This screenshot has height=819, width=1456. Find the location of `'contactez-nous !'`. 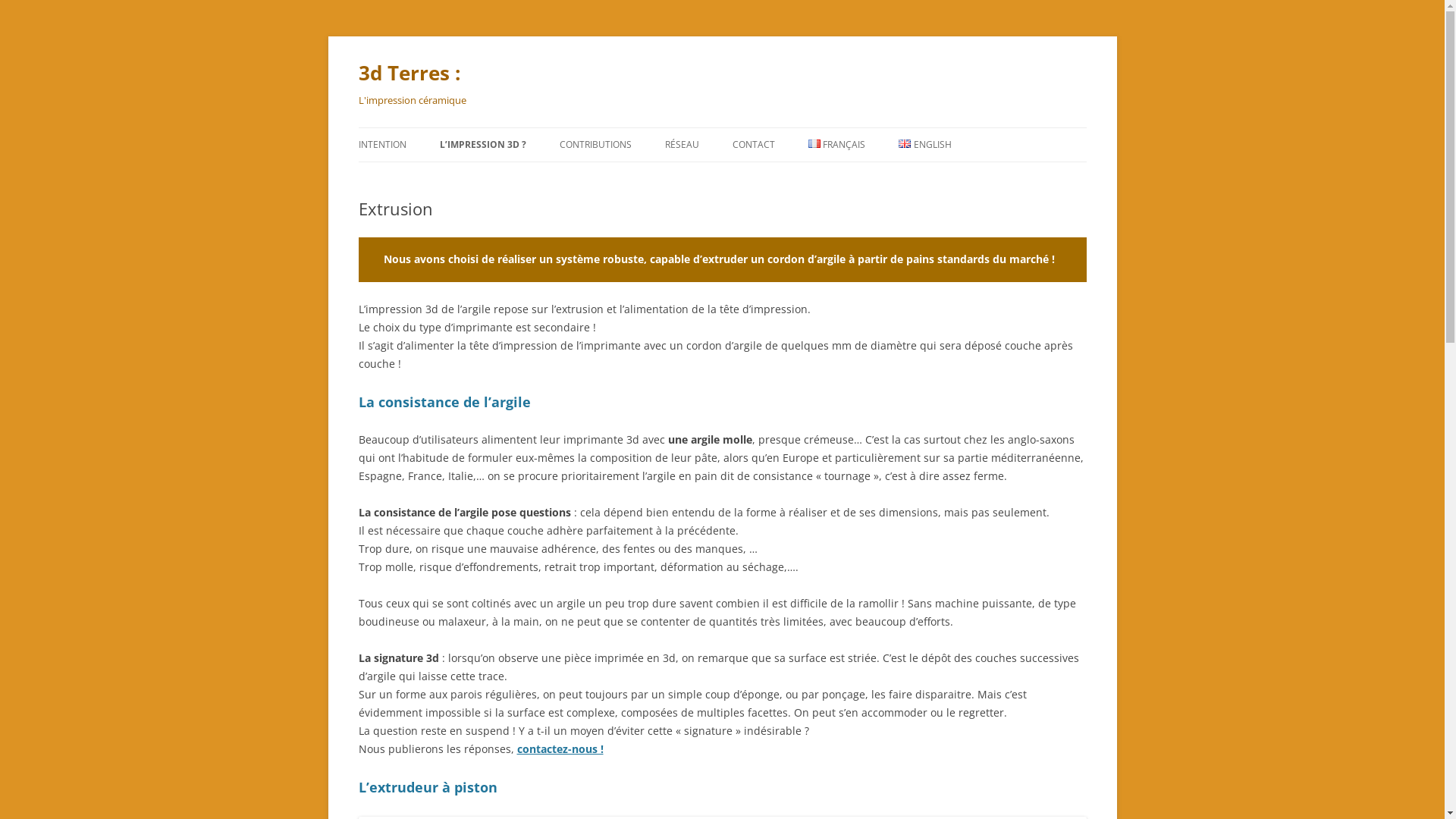

'contactez-nous !' is located at coordinates (516, 748).